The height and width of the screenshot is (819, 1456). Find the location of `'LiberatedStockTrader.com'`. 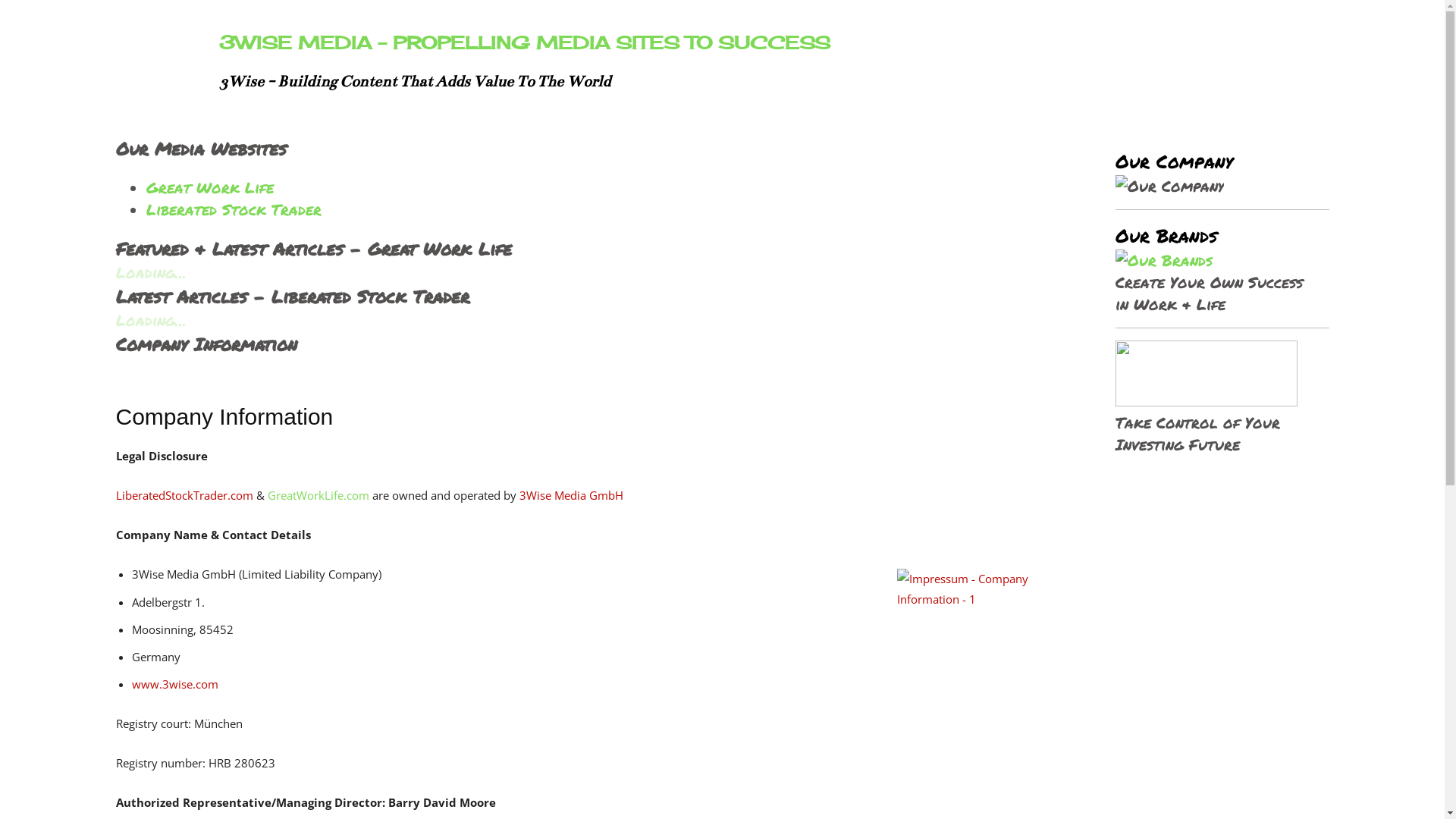

'LiberatedStockTrader.com' is located at coordinates (183, 494).